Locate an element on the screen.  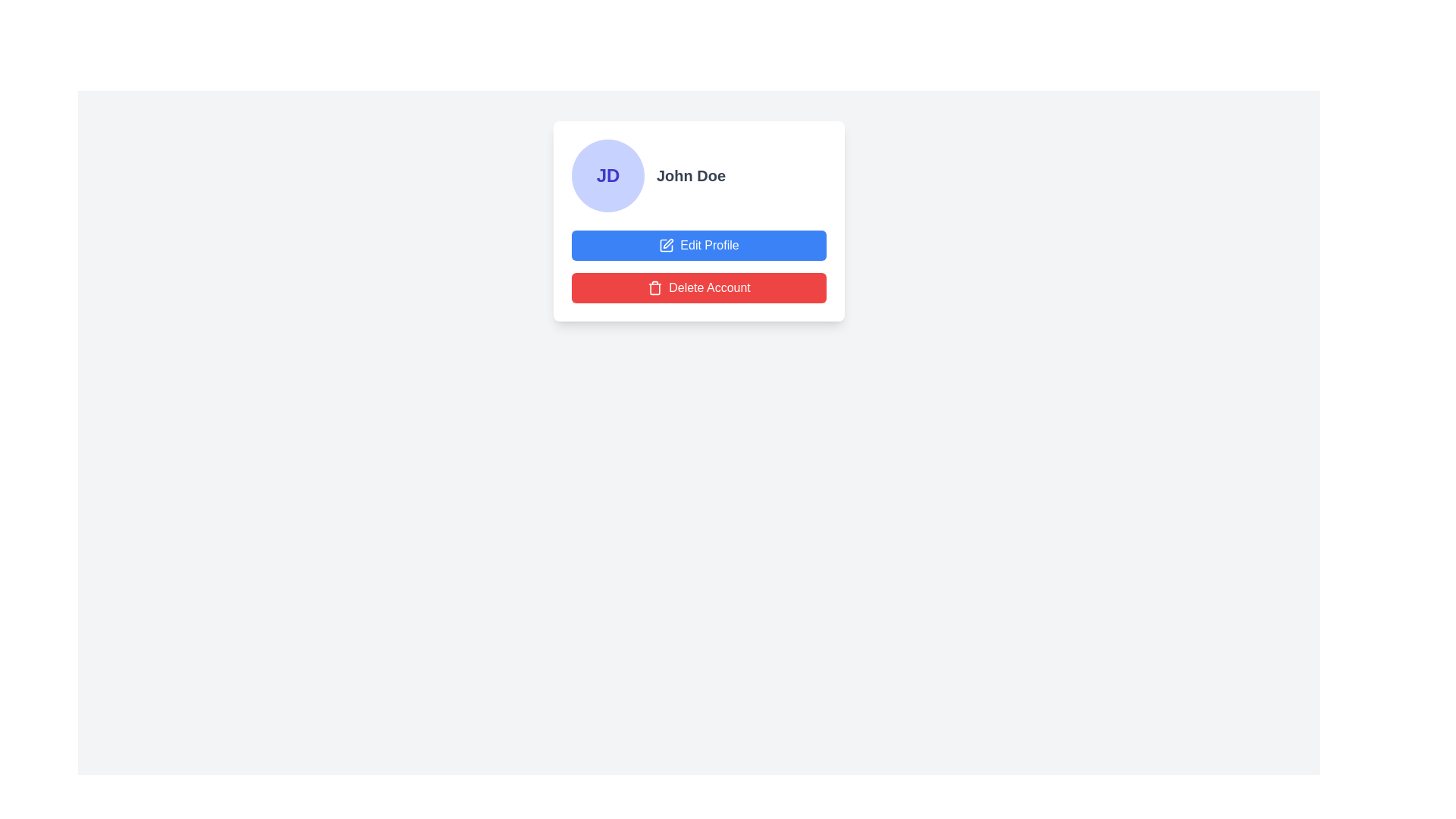
the 'Delete Account' button, which is a white text on a red background, to initiate the account deletion process is located at coordinates (709, 288).